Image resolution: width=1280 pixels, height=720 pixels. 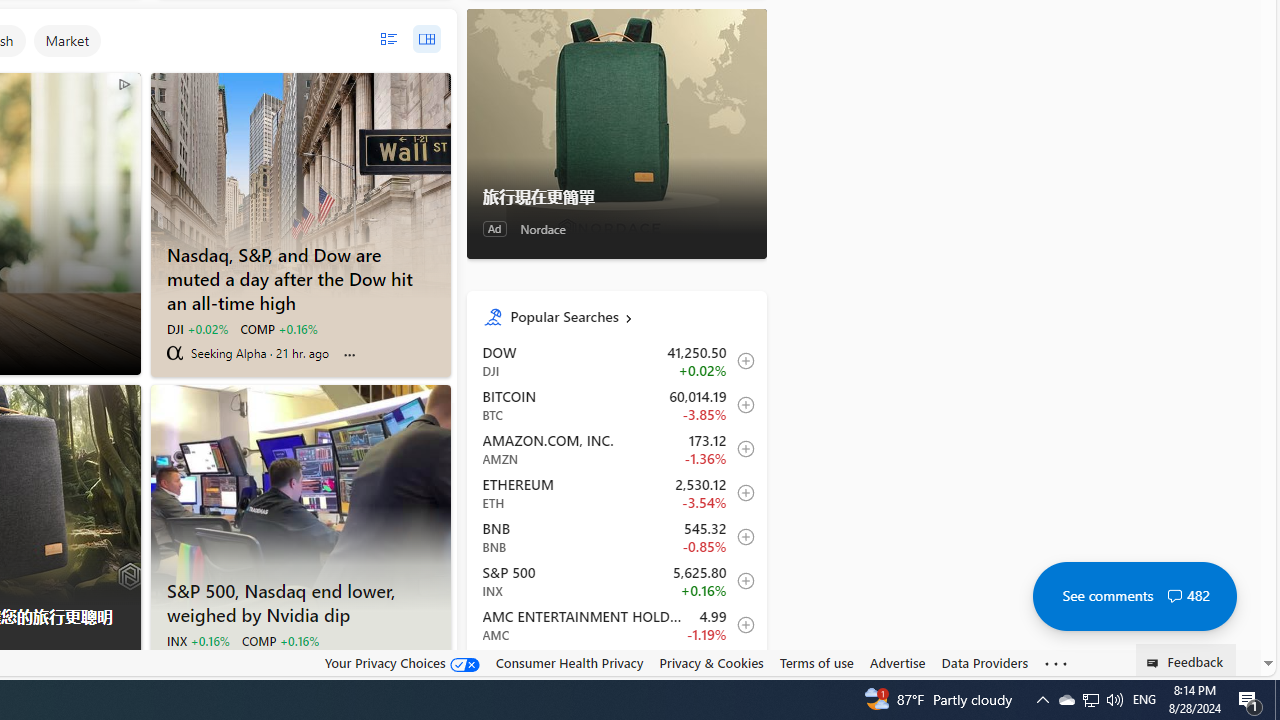 I want to click on 'Advertise', so click(x=896, y=663).